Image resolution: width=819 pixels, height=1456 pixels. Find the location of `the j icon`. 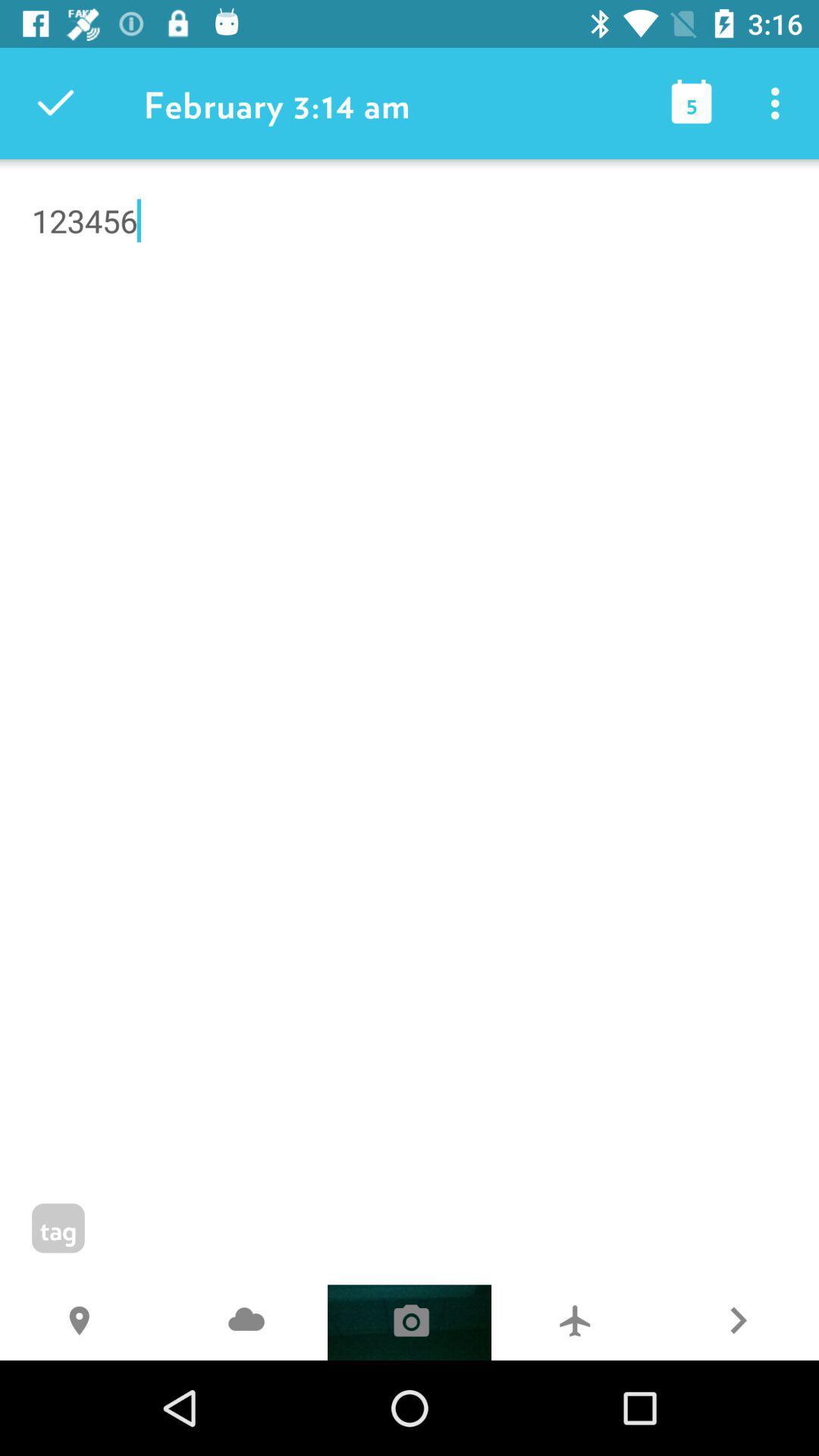

the j icon is located at coordinates (245, 1322).